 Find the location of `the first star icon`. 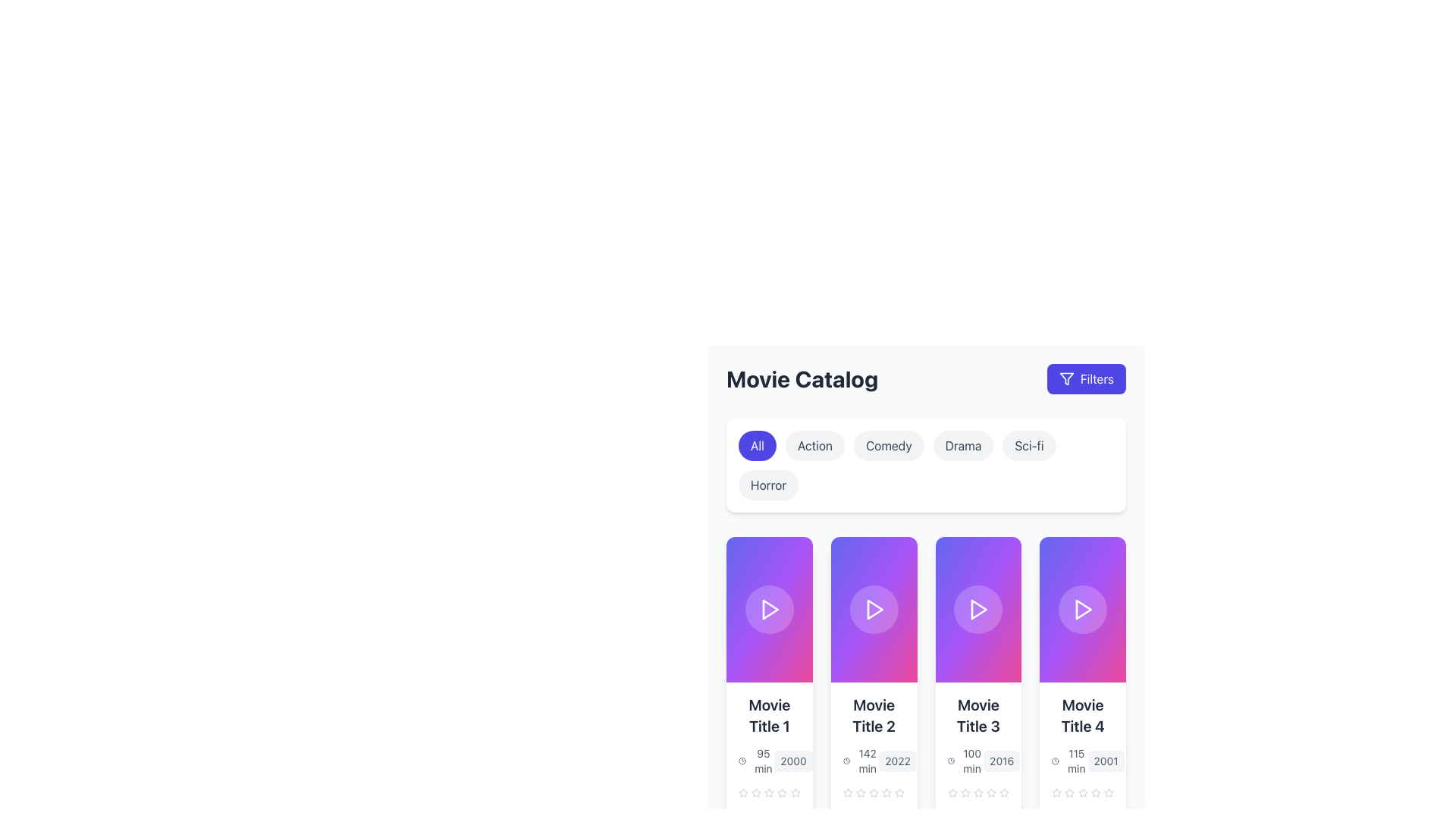

the first star icon is located at coordinates (952, 792).